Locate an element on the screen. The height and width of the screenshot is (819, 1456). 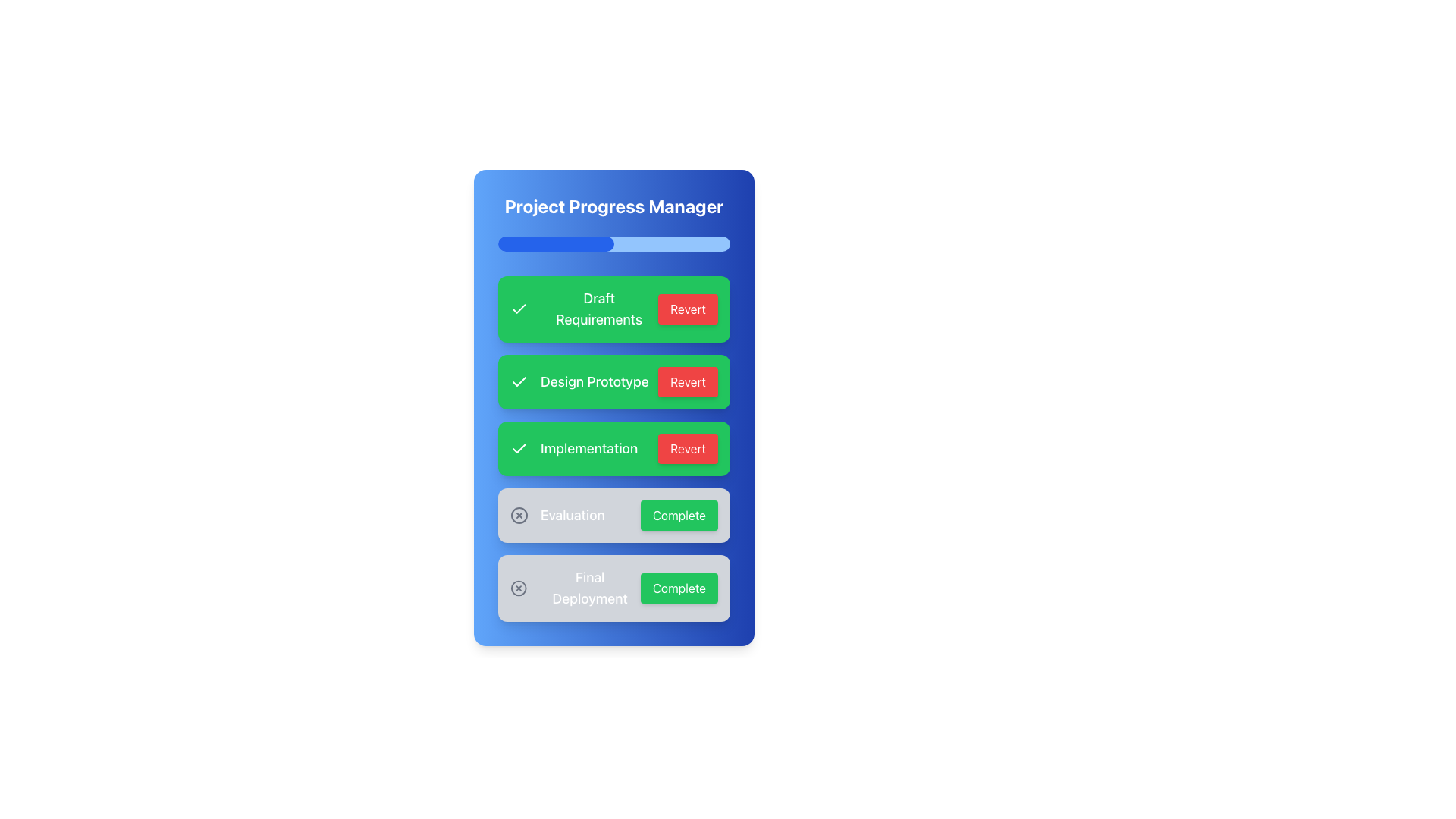
progress bar is located at coordinates (630, 243).